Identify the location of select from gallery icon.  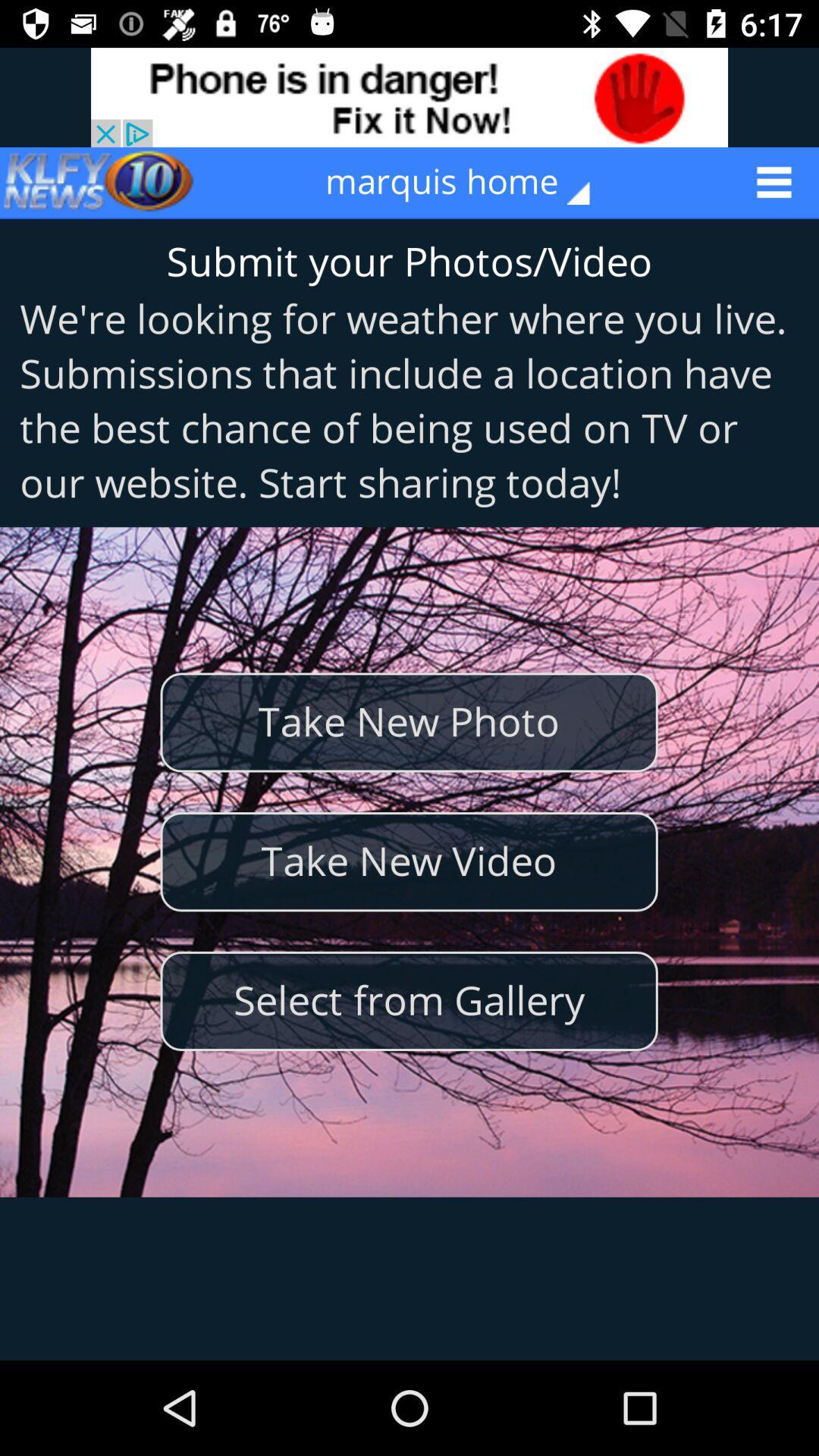
(408, 1001).